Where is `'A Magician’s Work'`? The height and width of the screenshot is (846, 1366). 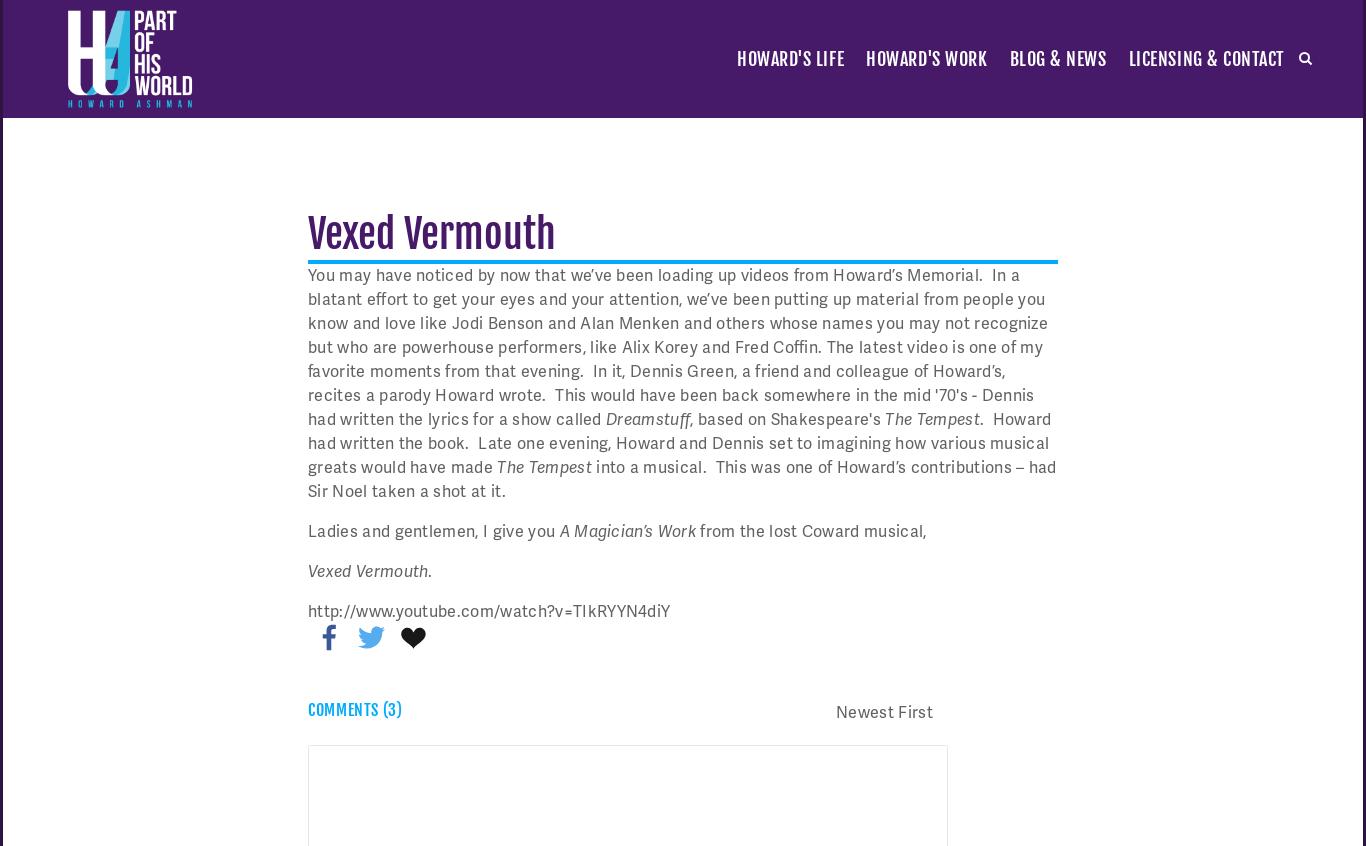
'A Magician’s Work' is located at coordinates (626, 530).